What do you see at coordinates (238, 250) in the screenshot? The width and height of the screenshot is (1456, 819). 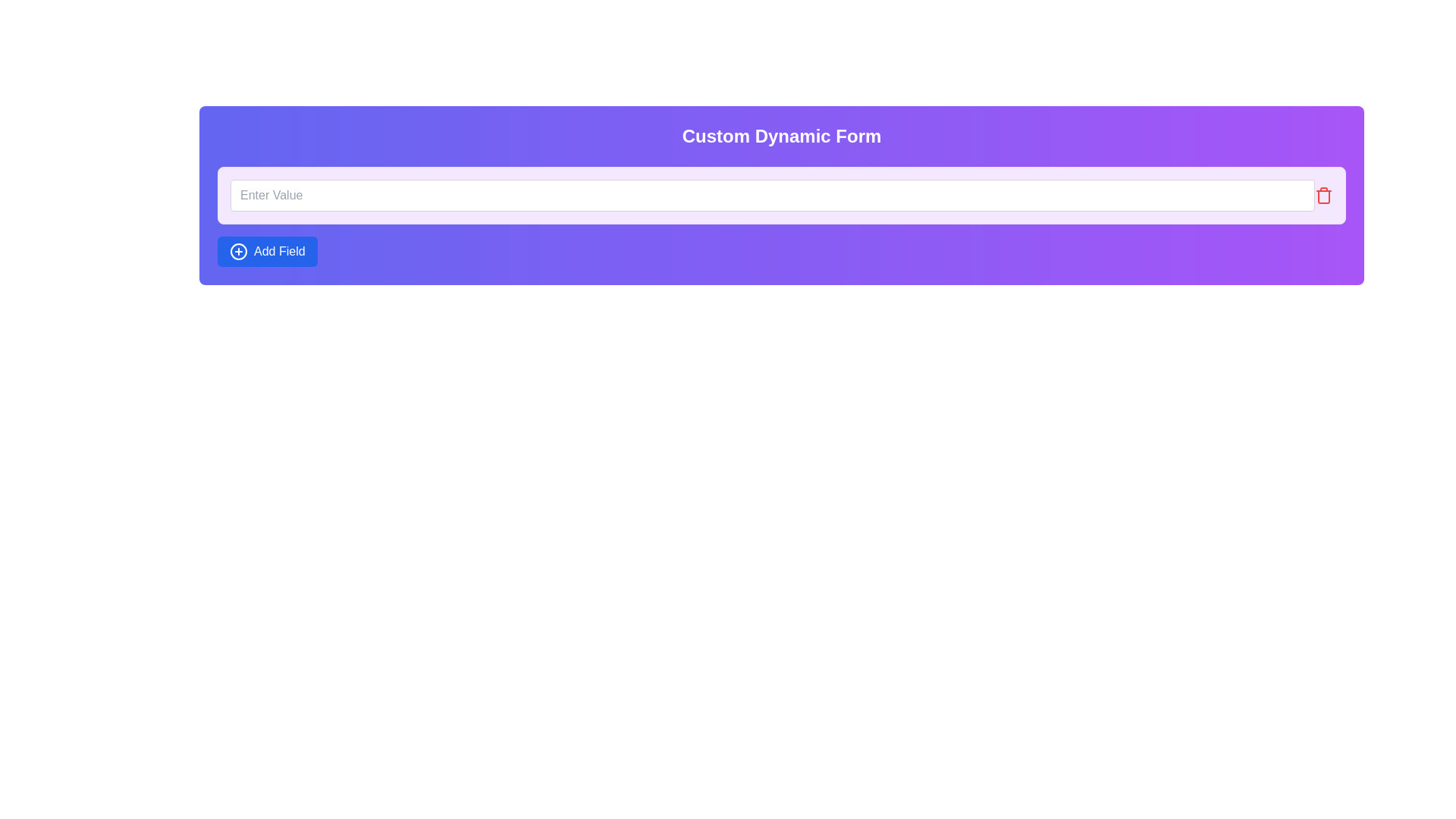 I see `the visual cue of the 'Add Field' button icon located at the bottom left of the dynamic form interface, which indicates the functionality of adding additional input fields` at bounding box center [238, 250].